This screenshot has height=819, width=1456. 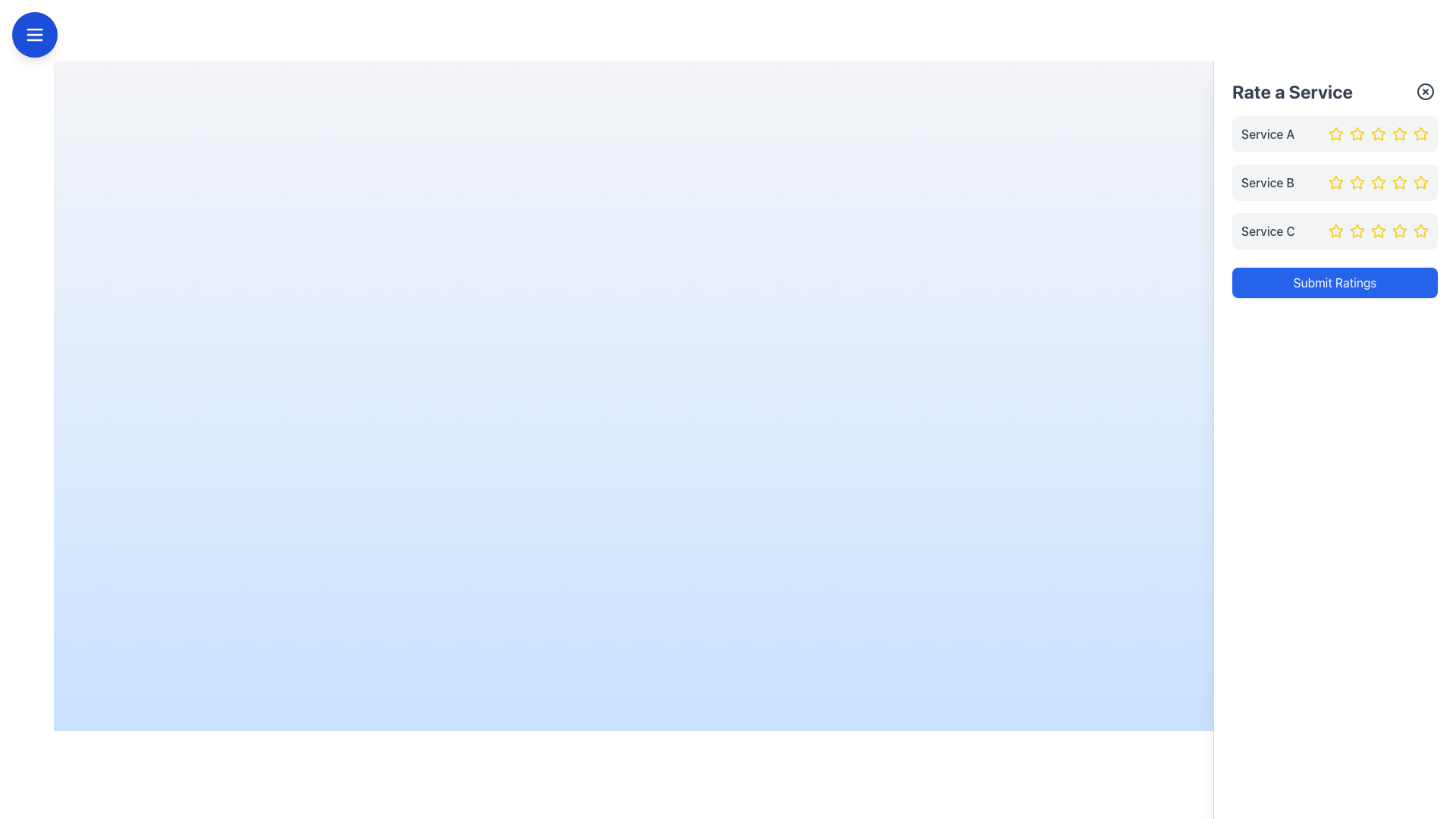 I want to click on the fourth yellow star icon, so click(x=1398, y=133).